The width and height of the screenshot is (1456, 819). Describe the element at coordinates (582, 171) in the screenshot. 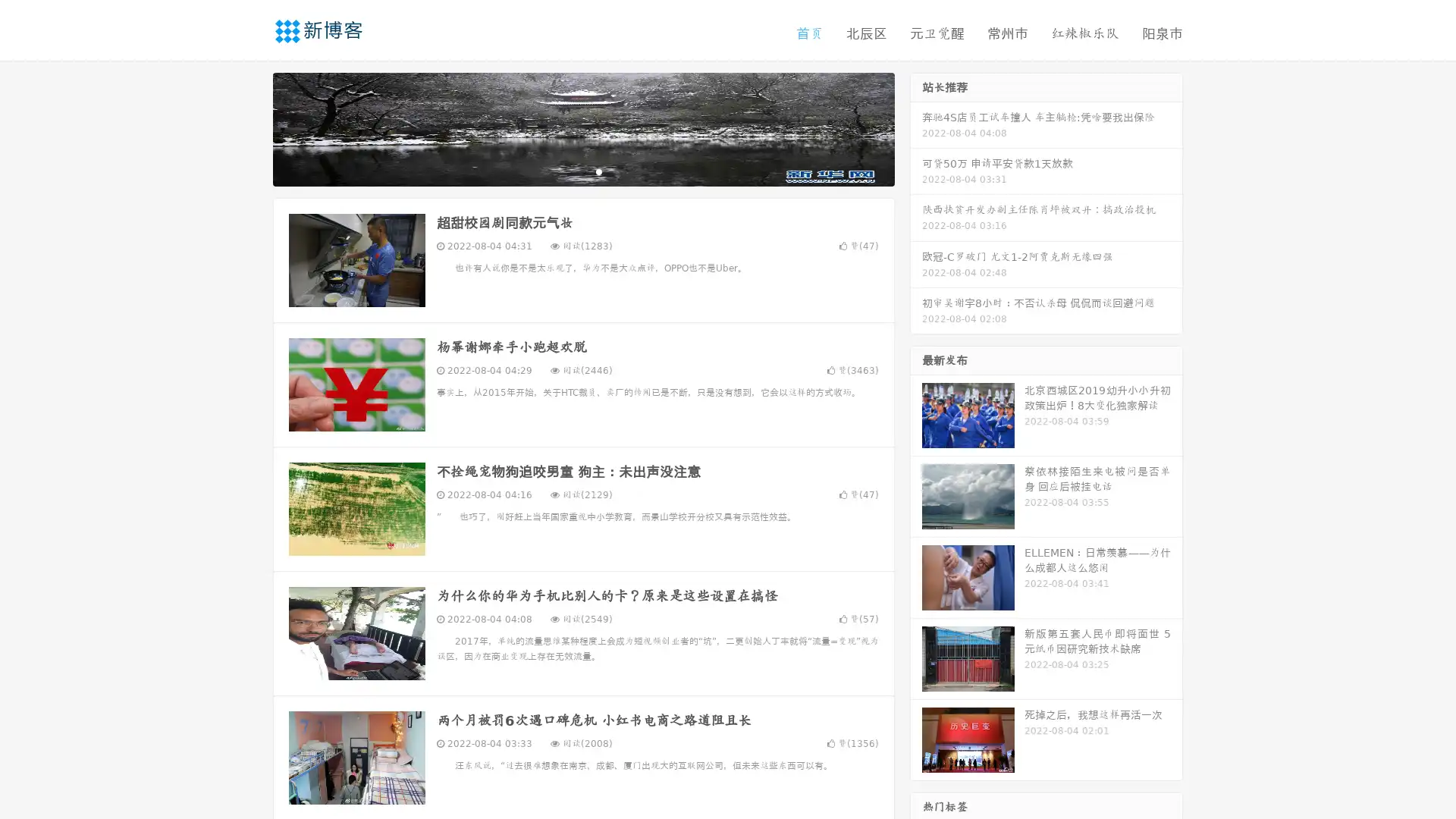

I see `Go to slide 2` at that location.